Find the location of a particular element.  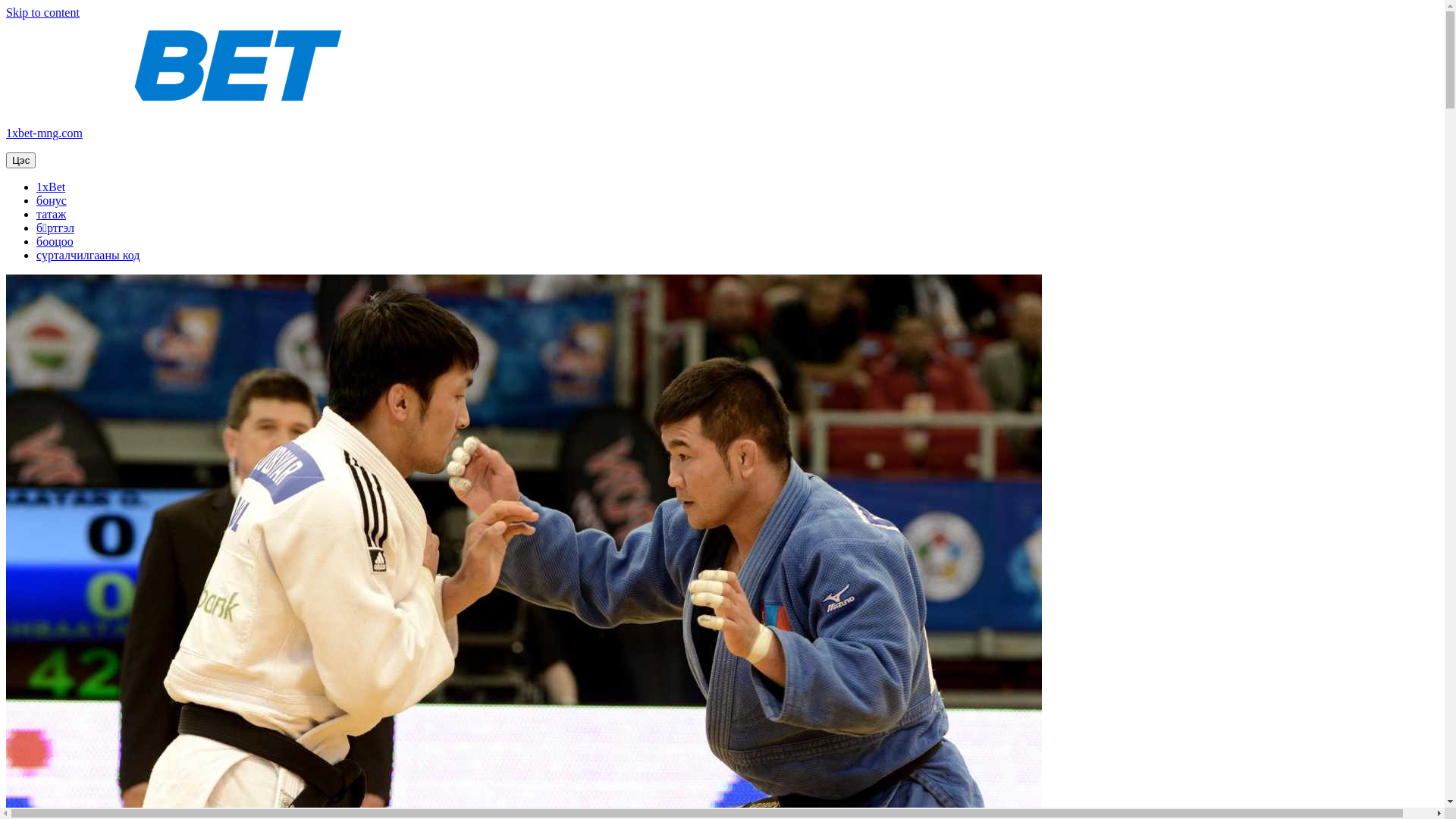

'1xBet' is located at coordinates (51, 186).